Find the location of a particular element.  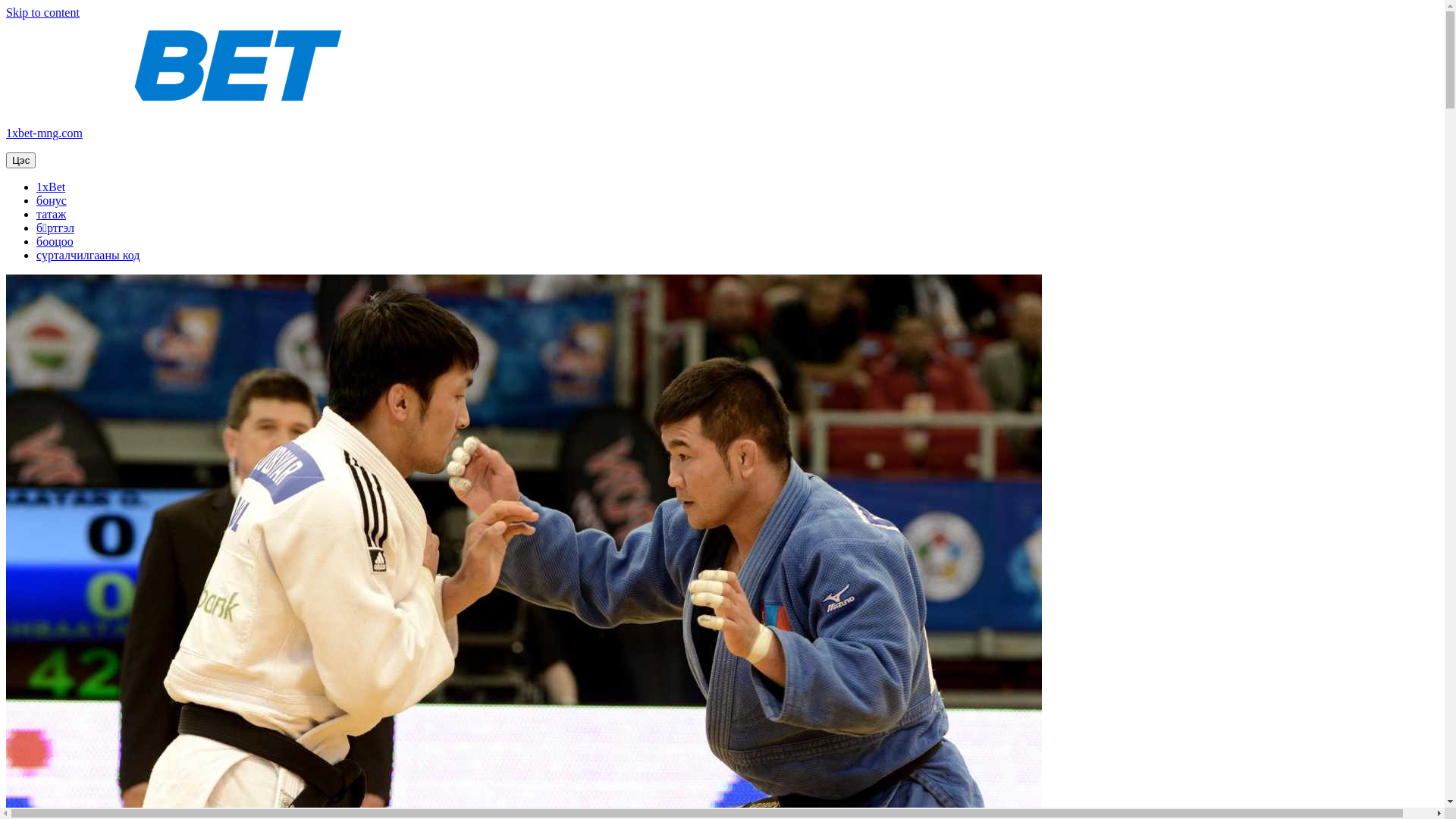

'1xBet' is located at coordinates (51, 186).